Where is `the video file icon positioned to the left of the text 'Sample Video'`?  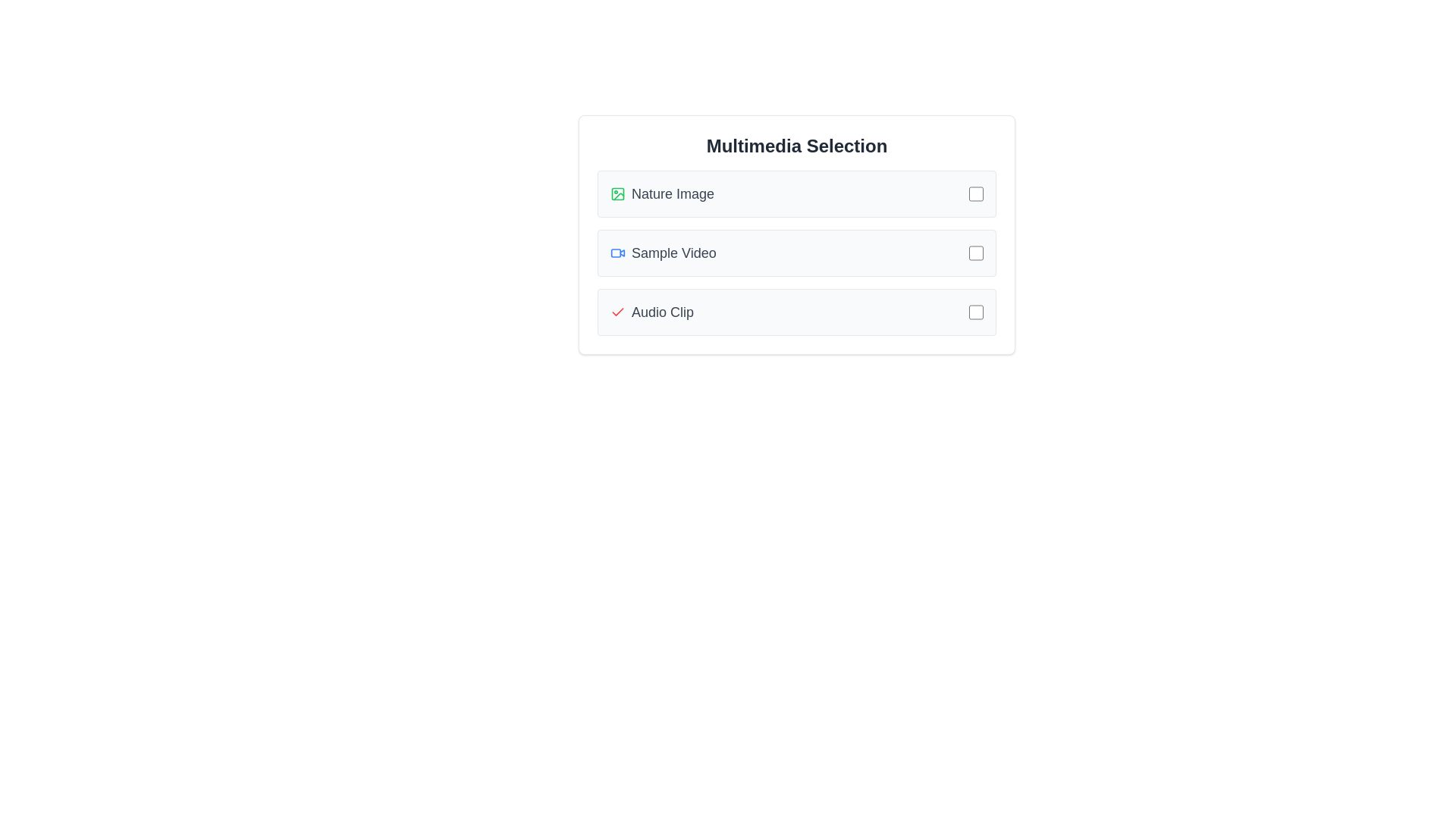 the video file icon positioned to the left of the text 'Sample Video' is located at coordinates (618, 253).